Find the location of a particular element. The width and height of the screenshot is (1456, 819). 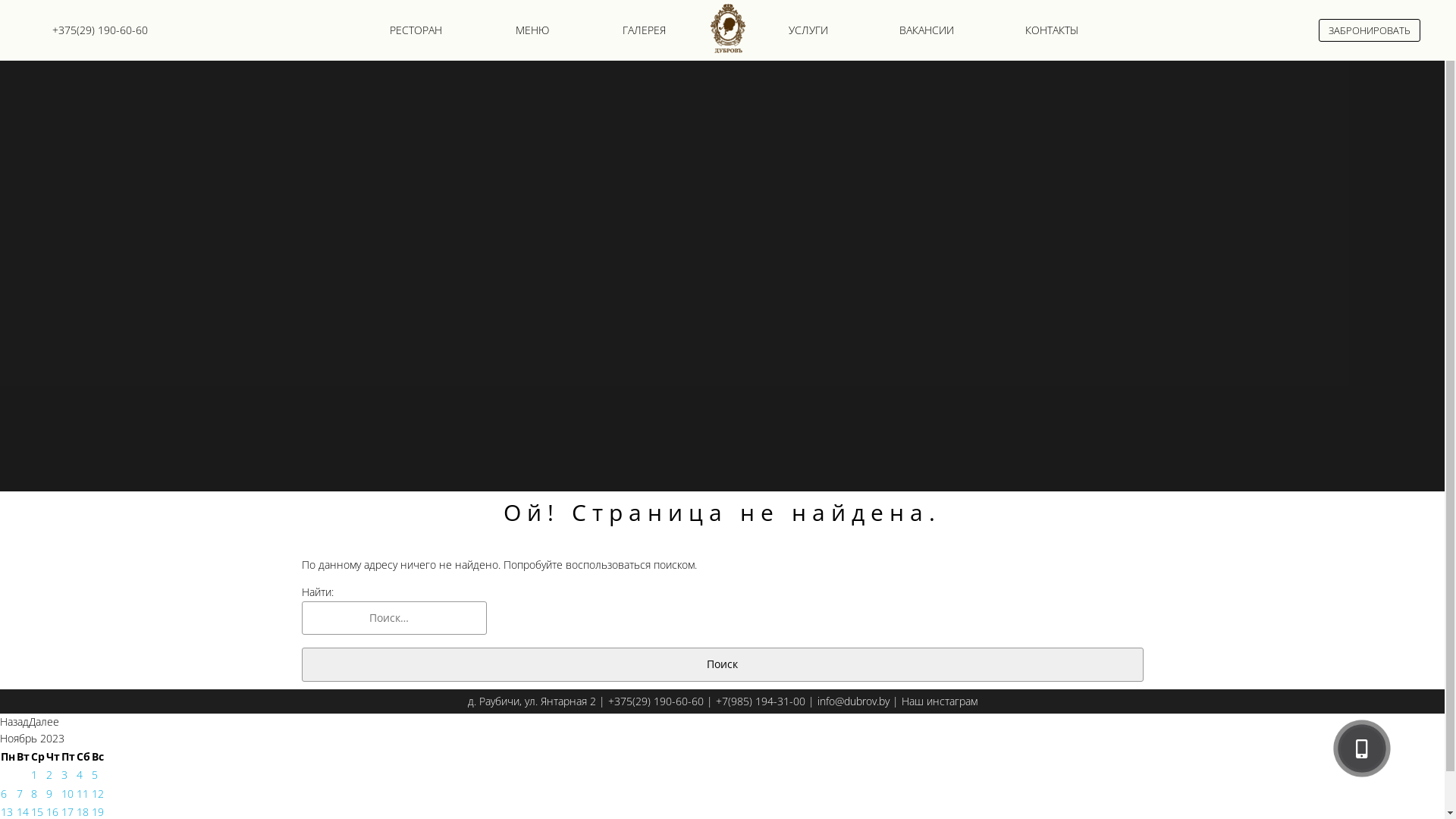

'5' is located at coordinates (93, 774).